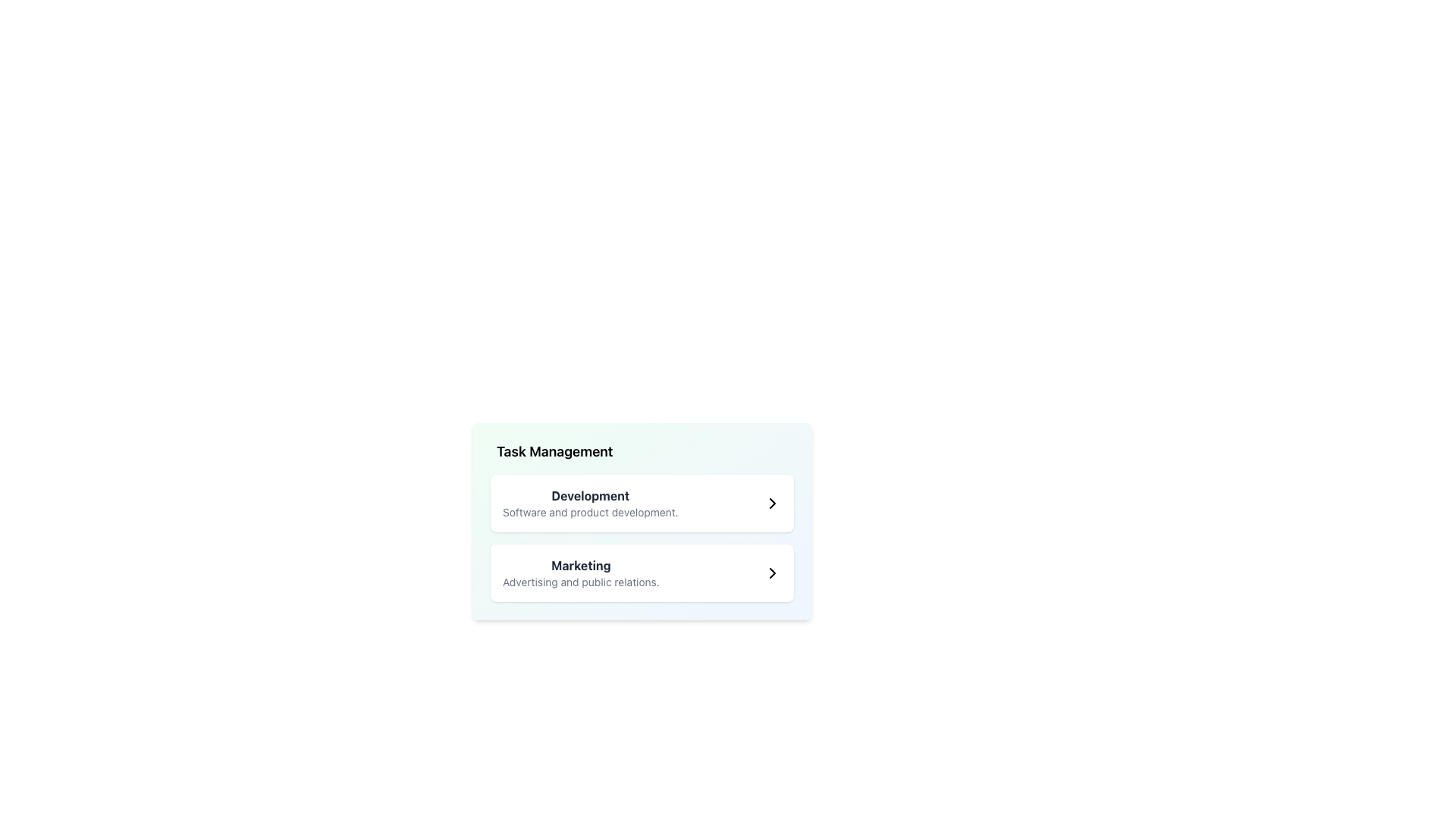 This screenshot has width=1456, height=819. Describe the element at coordinates (772, 503) in the screenshot. I see `the right-pointing chevron icon with a thin black outline next to the 'Development' section` at that location.